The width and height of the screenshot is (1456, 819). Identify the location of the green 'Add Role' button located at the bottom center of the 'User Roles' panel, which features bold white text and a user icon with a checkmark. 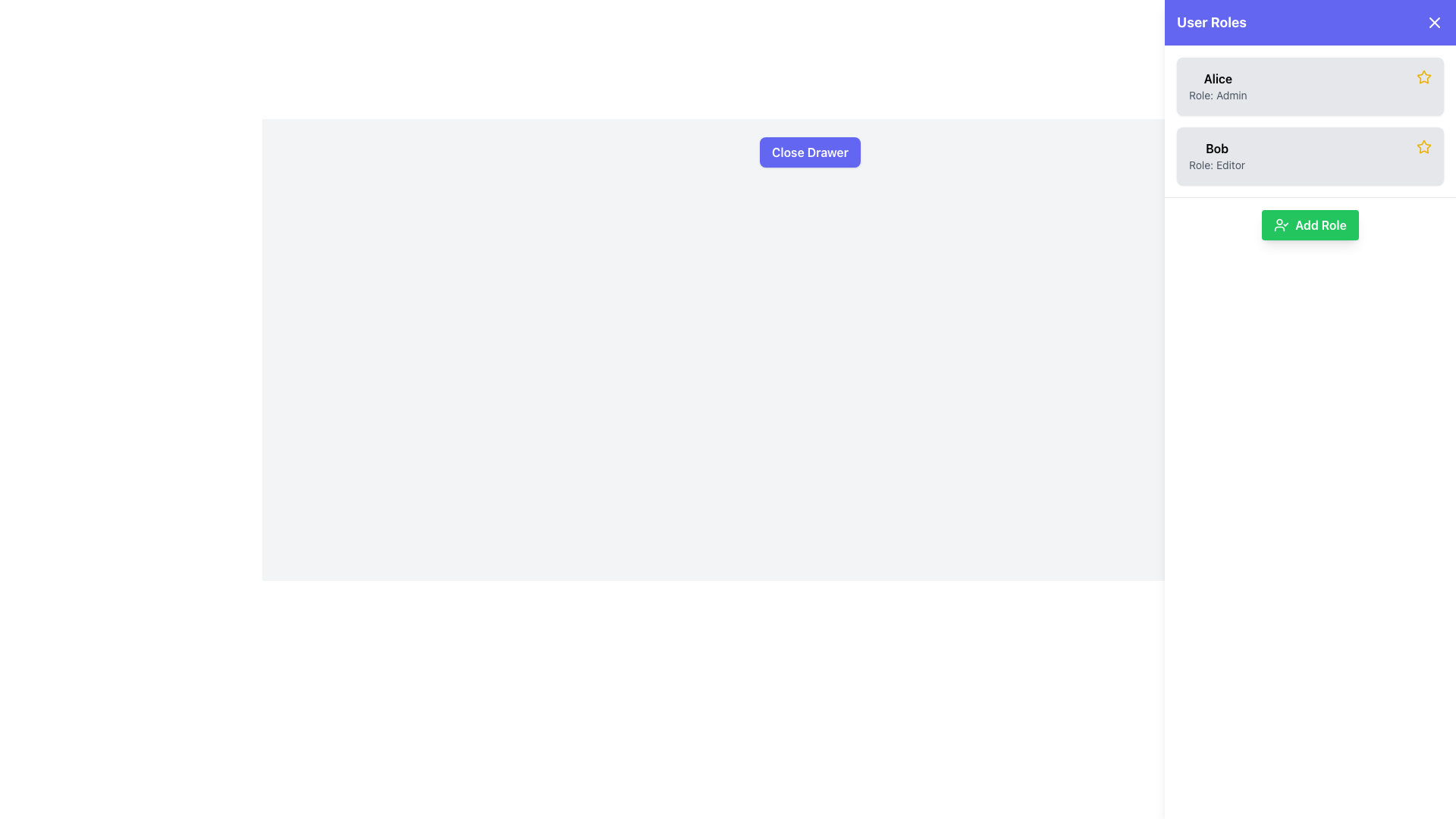
(1310, 225).